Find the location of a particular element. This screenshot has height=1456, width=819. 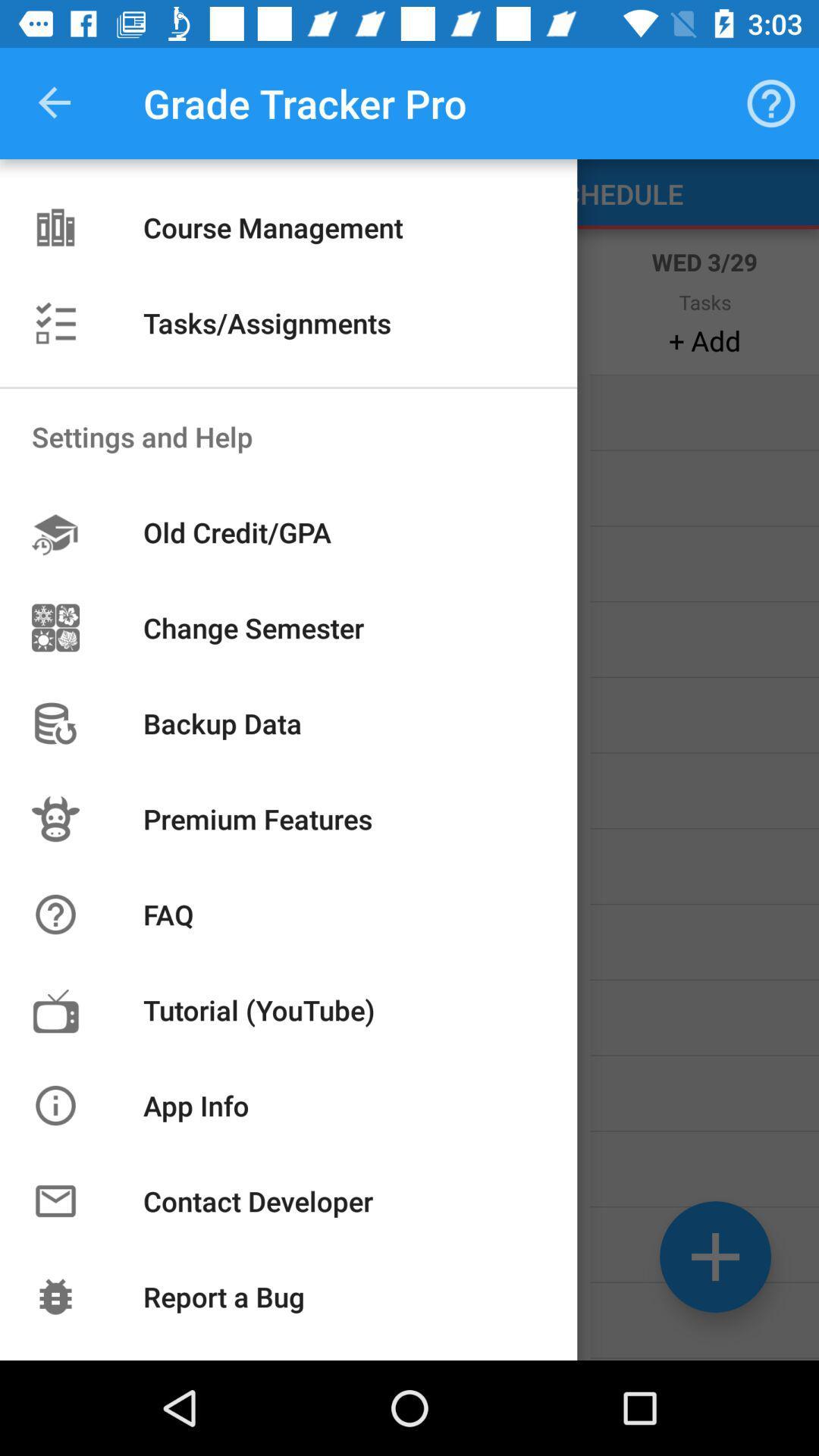

the list icon is located at coordinates (46, 288).